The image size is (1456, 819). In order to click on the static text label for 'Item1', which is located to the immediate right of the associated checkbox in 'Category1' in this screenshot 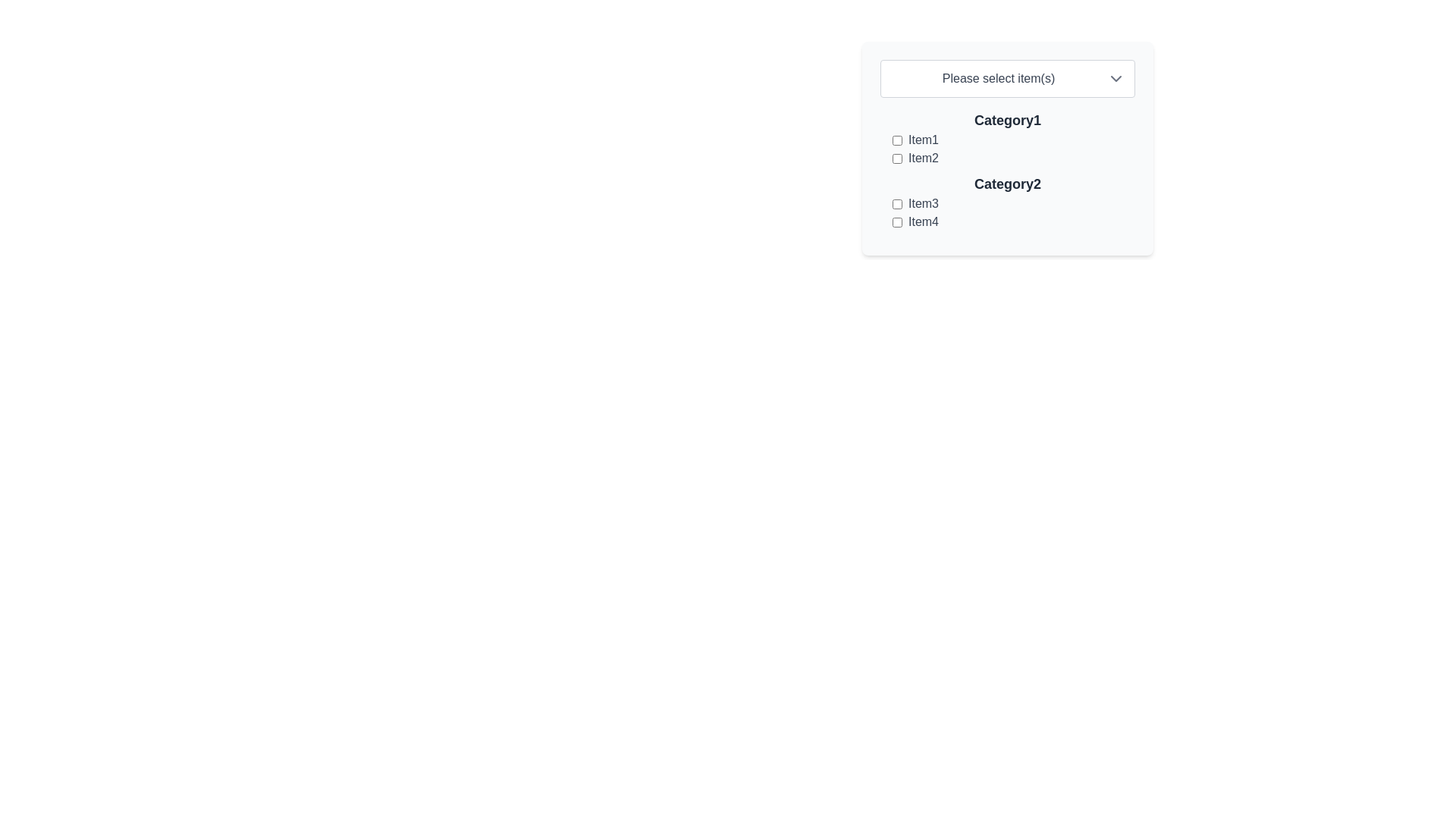, I will do `click(923, 140)`.